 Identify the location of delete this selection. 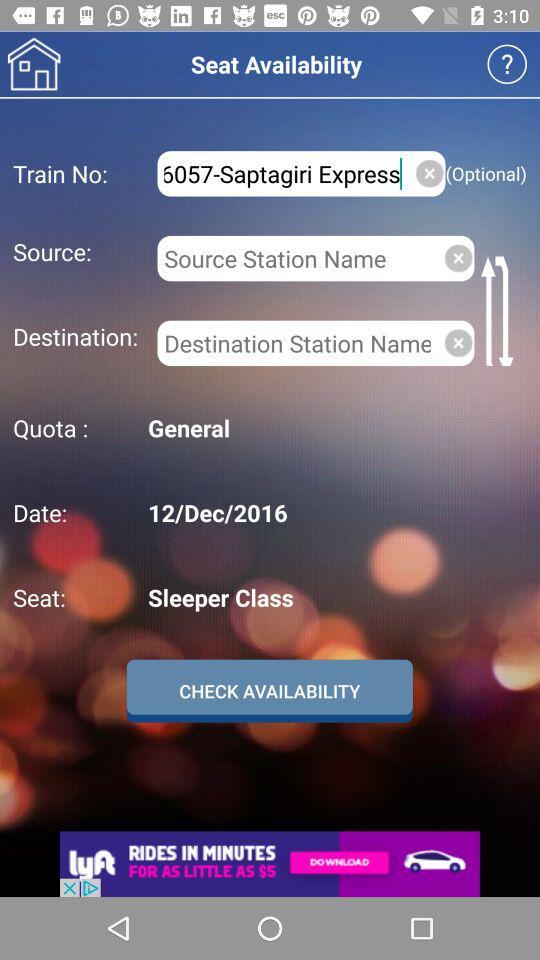
(458, 343).